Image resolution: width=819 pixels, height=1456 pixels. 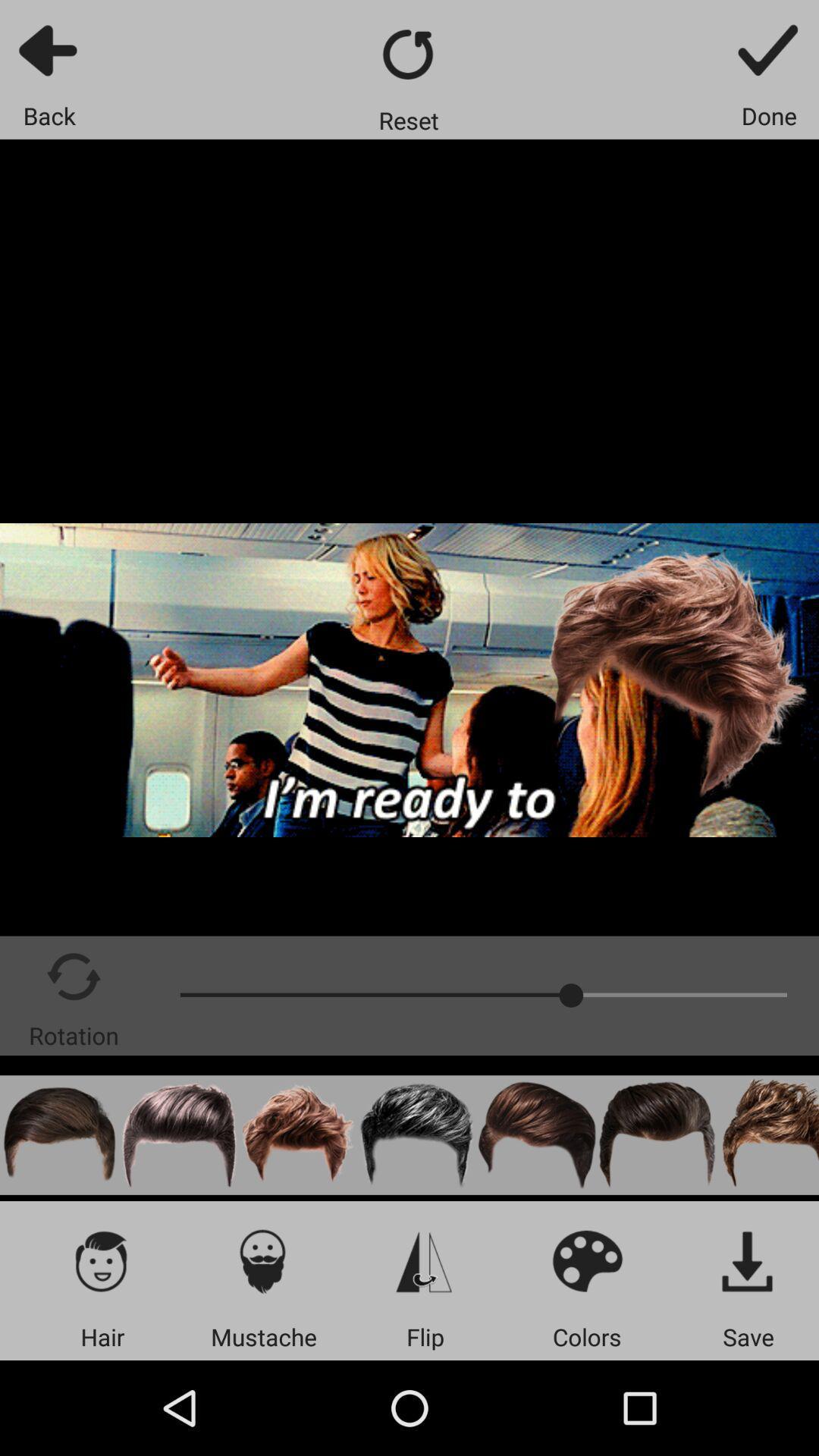 I want to click on go back, so click(x=49, y=49).